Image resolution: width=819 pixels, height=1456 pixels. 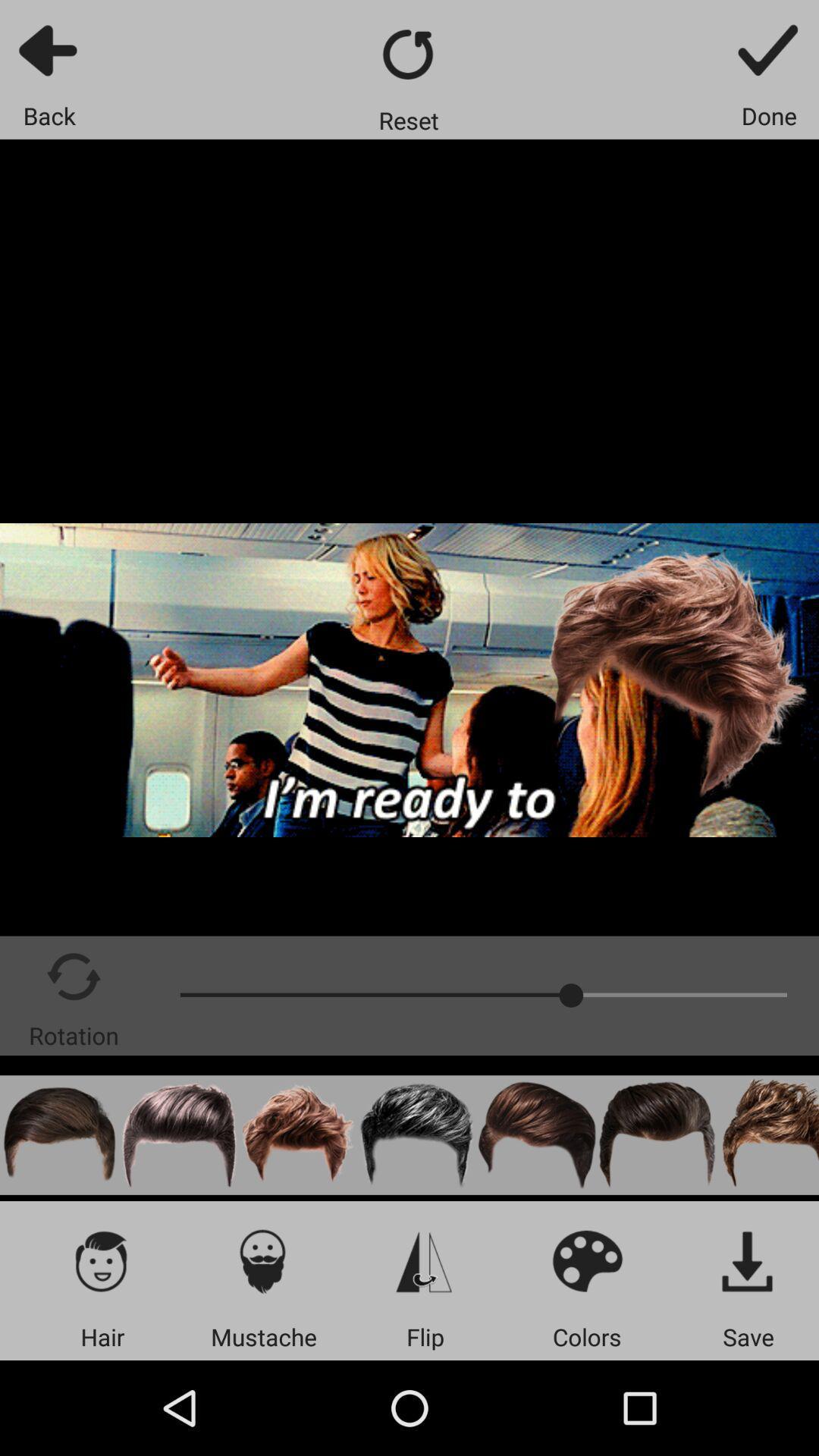 I want to click on go back, so click(x=49, y=49).